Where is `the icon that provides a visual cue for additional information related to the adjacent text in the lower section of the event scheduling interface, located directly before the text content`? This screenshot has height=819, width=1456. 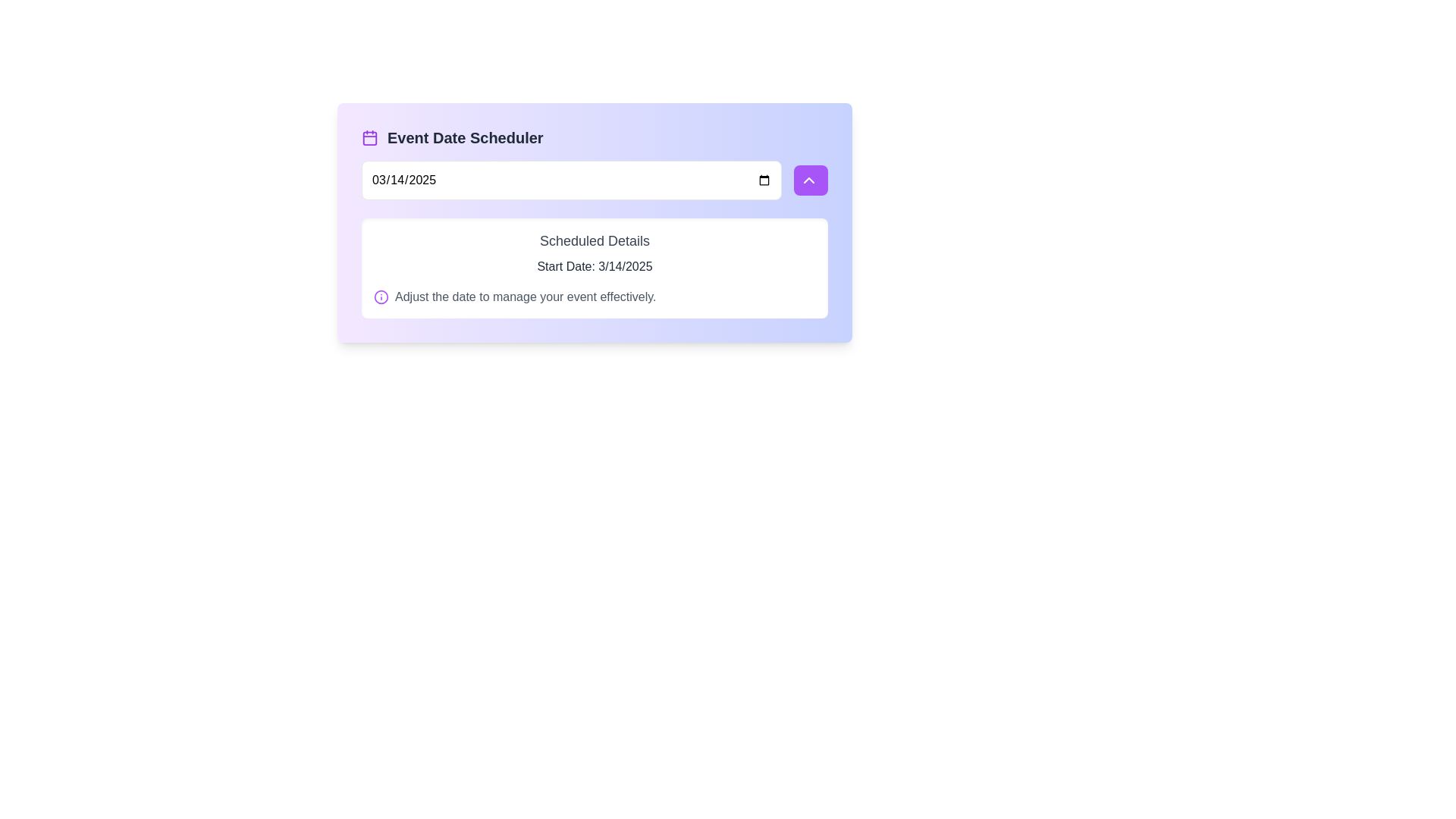 the icon that provides a visual cue for additional information related to the adjacent text in the lower section of the event scheduling interface, located directly before the text content is located at coordinates (381, 297).